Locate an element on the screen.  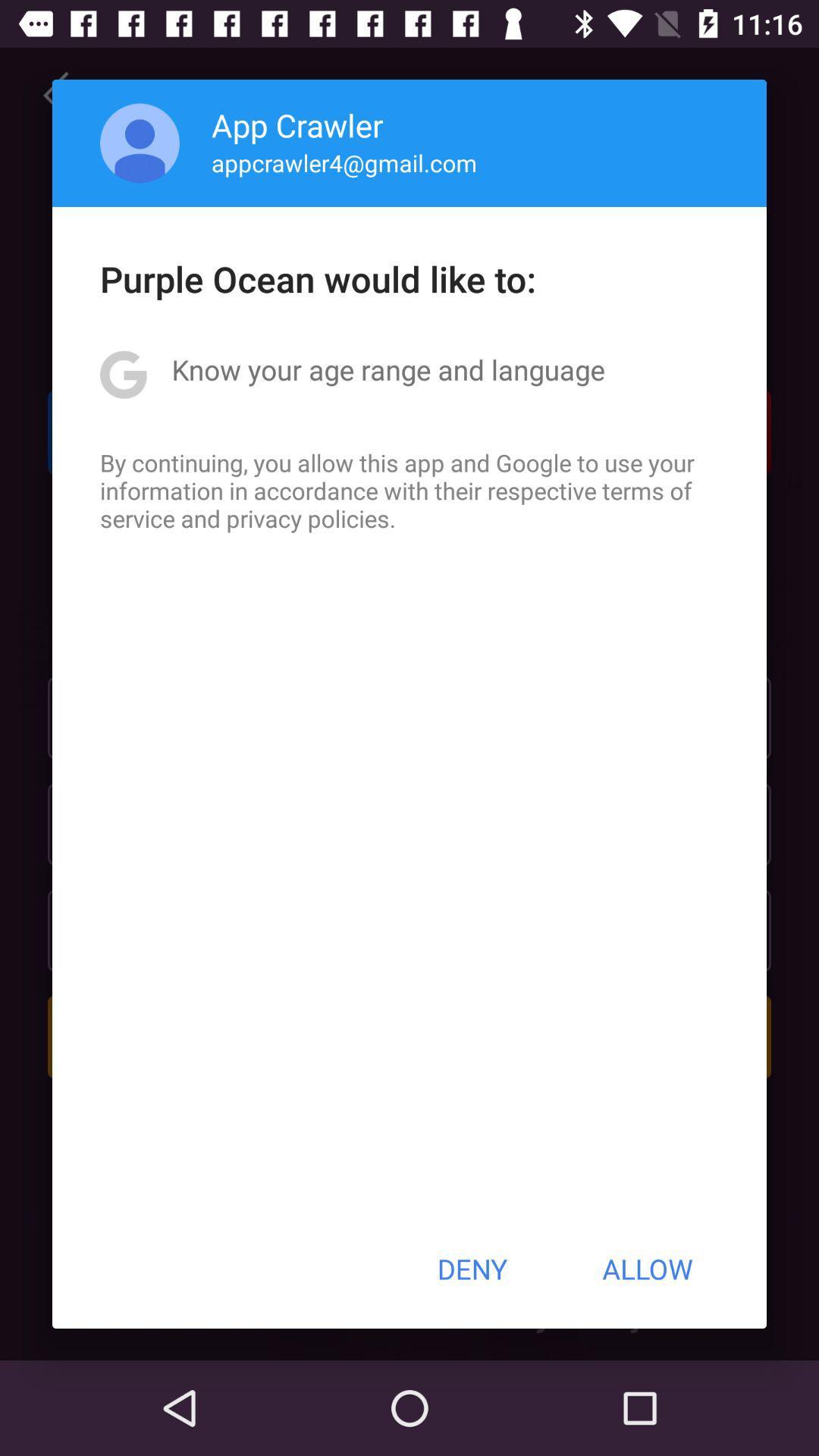
the item above purple ocean would icon is located at coordinates (344, 162).